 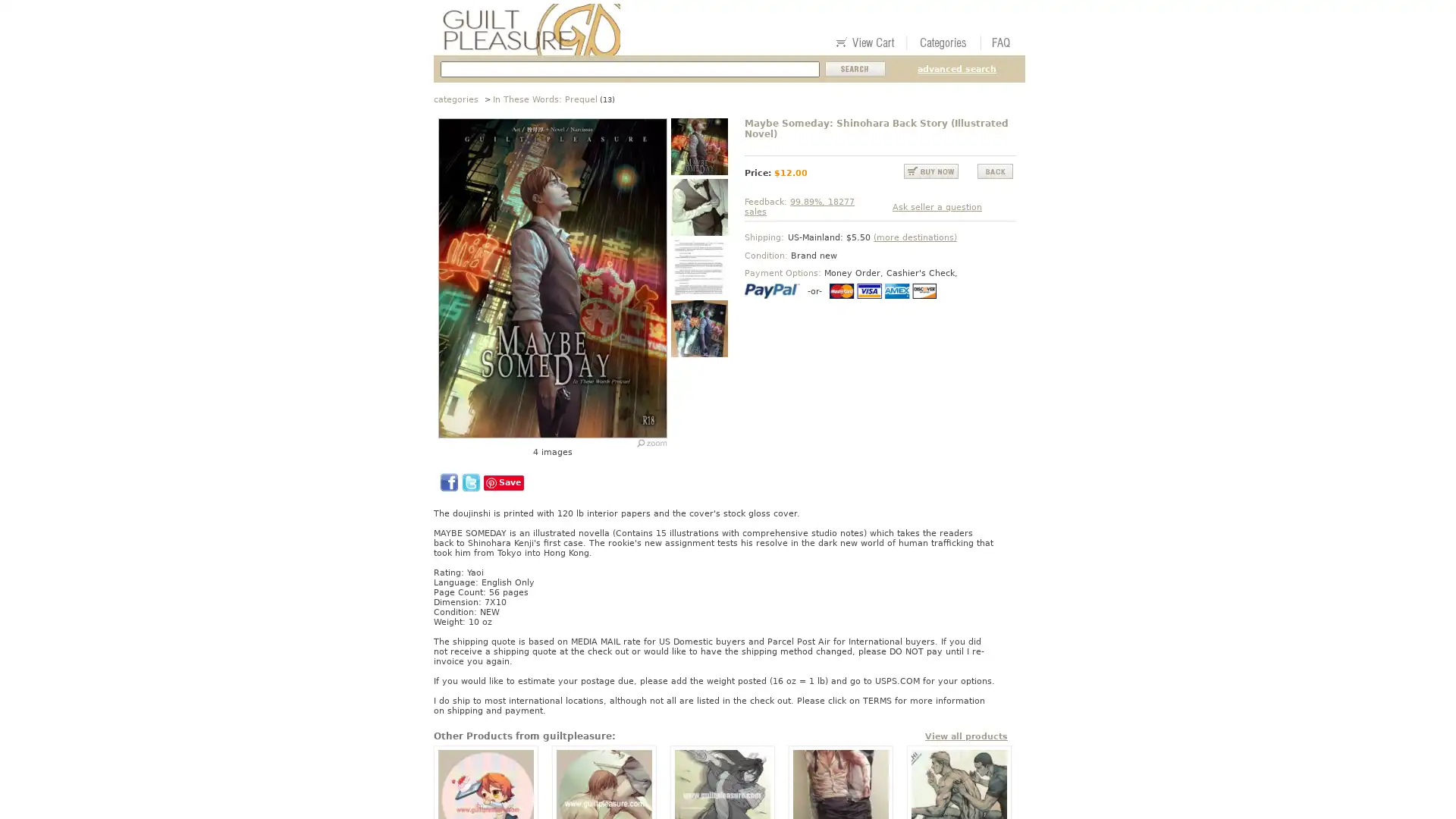 What do you see at coordinates (855, 69) in the screenshot?
I see `Submit` at bounding box center [855, 69].